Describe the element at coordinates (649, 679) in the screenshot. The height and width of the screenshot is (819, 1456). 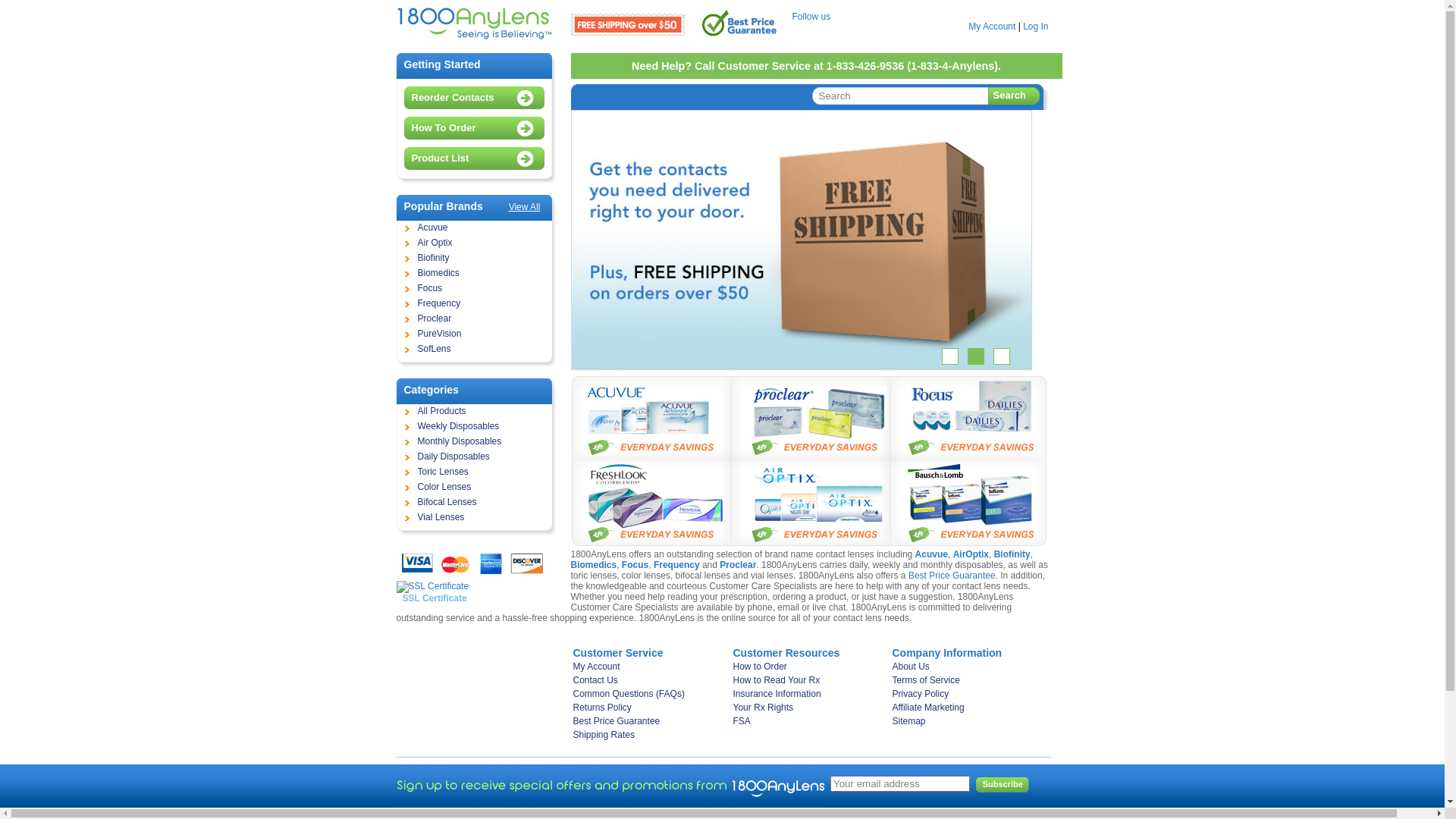
I see `'Contact Us'` at that location.